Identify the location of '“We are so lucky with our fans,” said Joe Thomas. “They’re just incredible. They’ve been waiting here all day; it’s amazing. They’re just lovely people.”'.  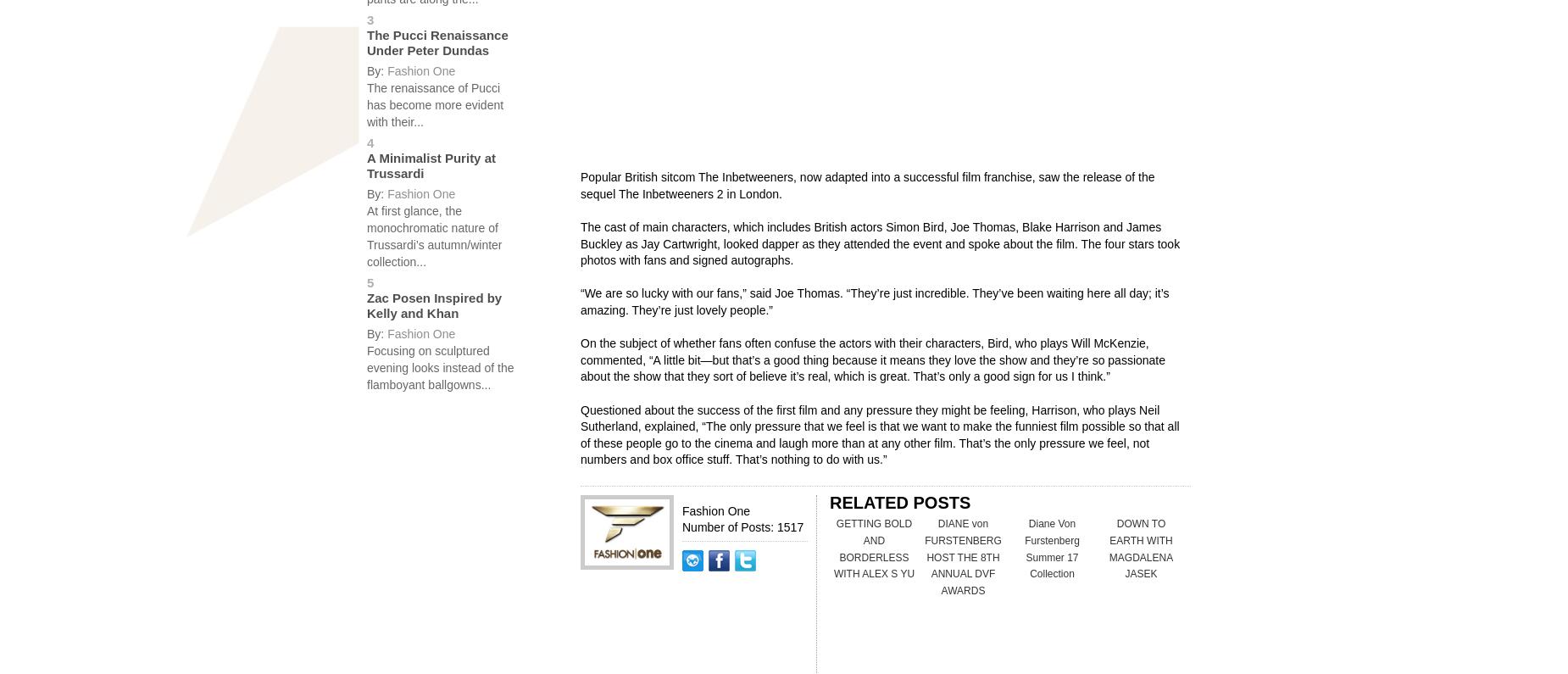
(873, 301).